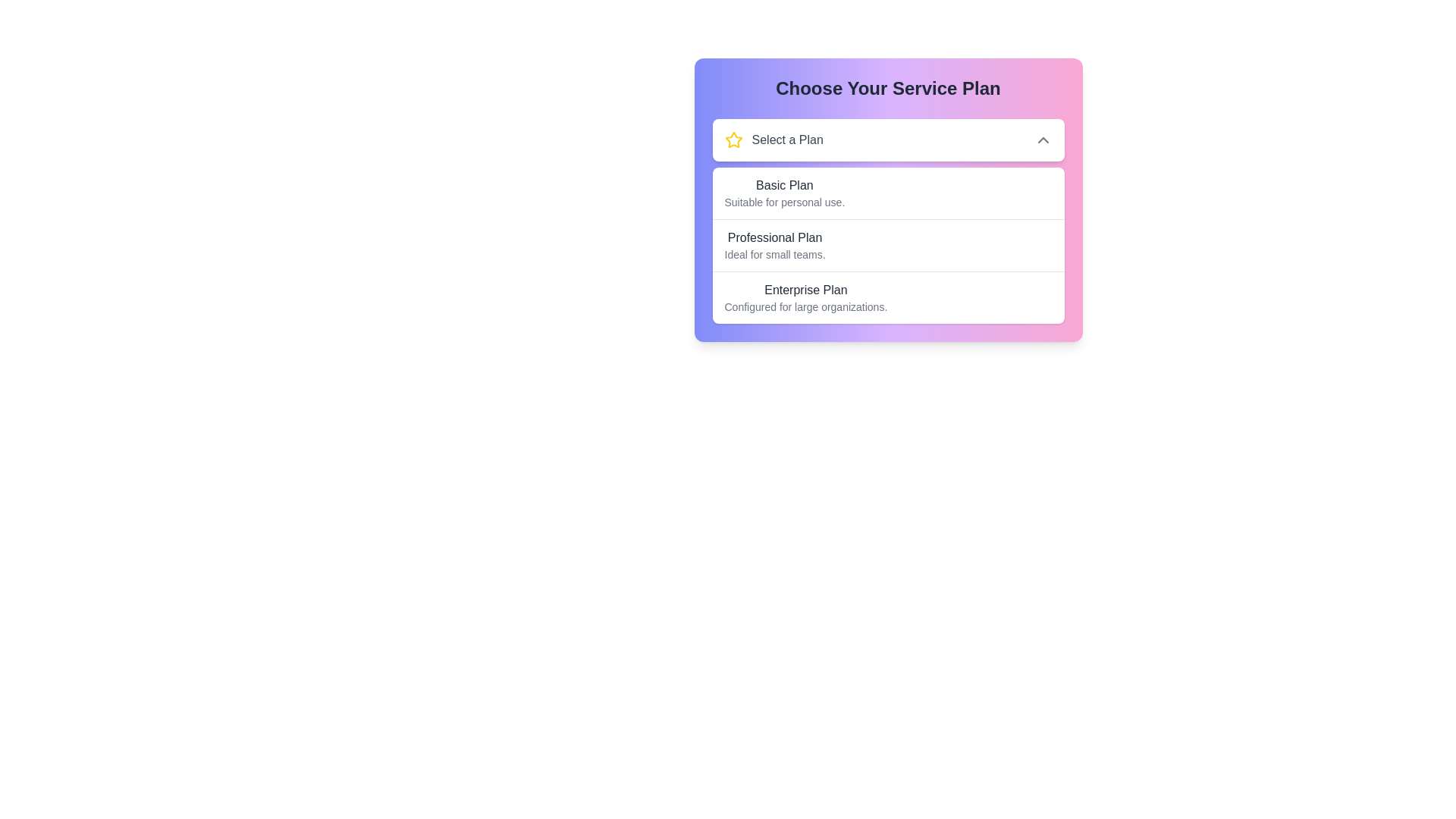 This screenshot has width=1456, height=819. Describe the element at coordinates (733, 140) in the screenshot. I see `the star icon located within the 'Select a Plan' dropdown menu` at that location.